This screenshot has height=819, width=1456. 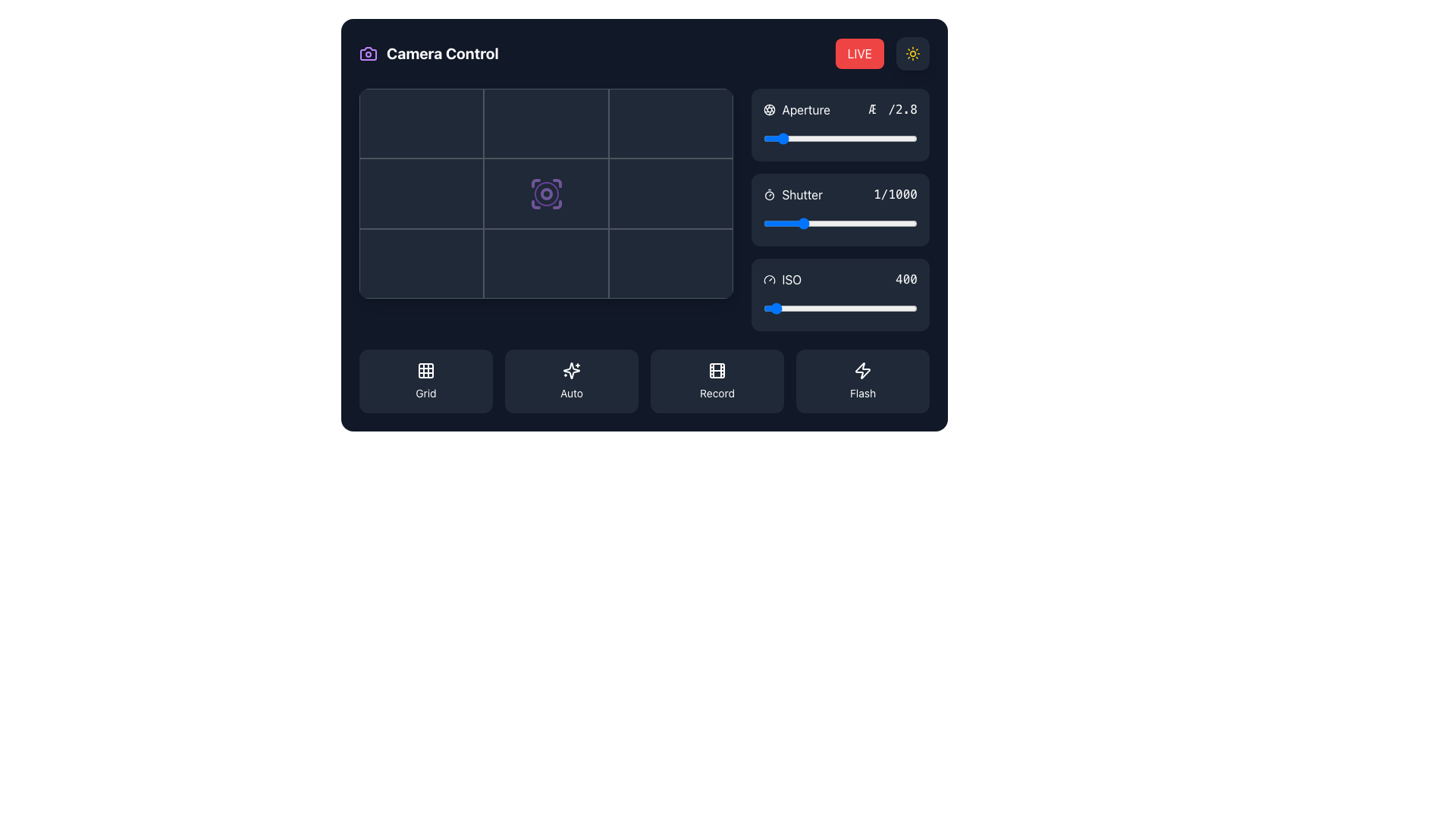 What do you see at coordinates (824, 223) in the screenshot?
I see `the shutter speed` at bounding box center [824, 223].